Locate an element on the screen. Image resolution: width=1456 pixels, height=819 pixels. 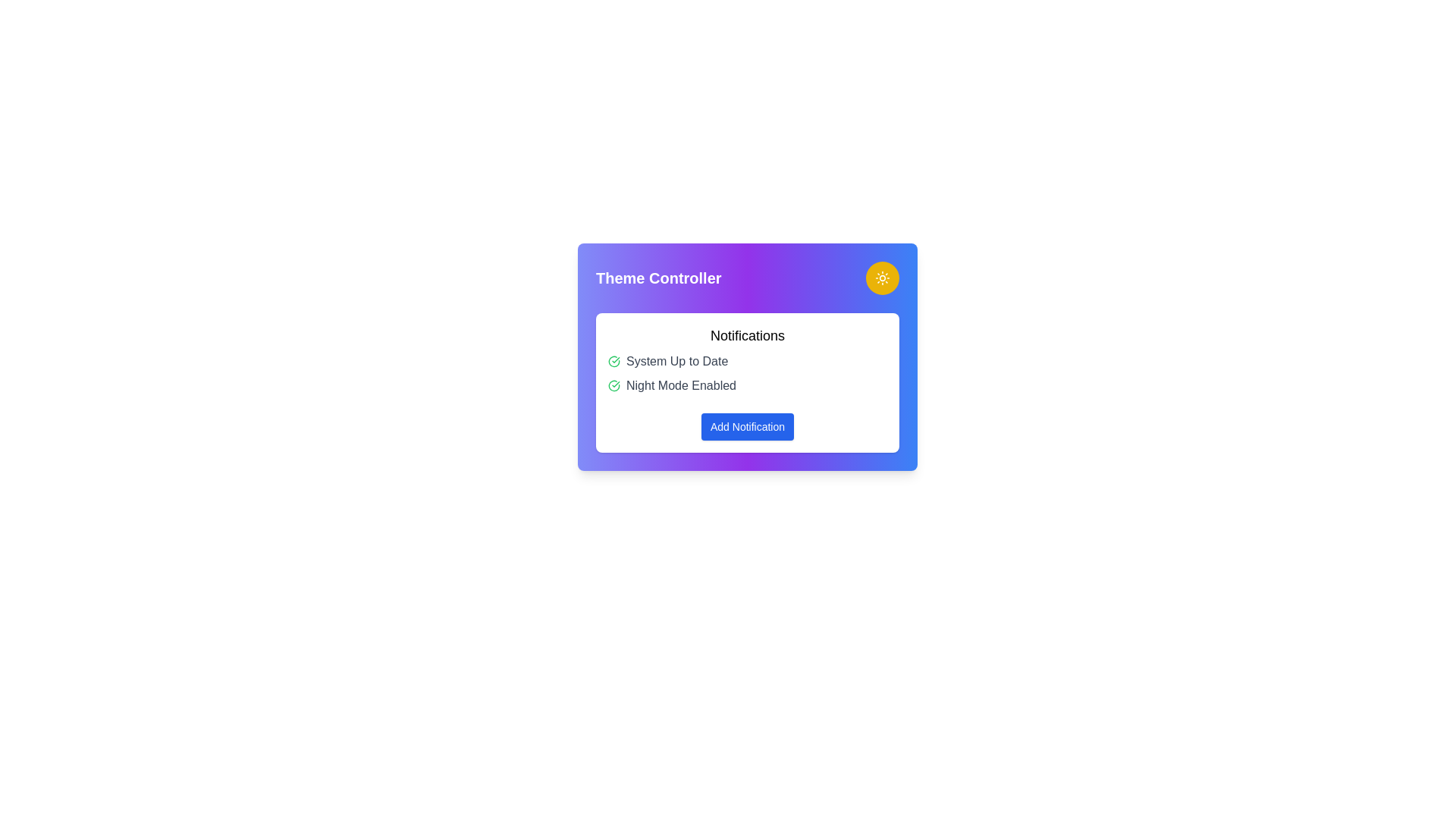
the sun symbol icon within the yellow rounded button located at the top-right corner of the gradient card labeled 'Theme Controller' is located at coordinates (882, 278).